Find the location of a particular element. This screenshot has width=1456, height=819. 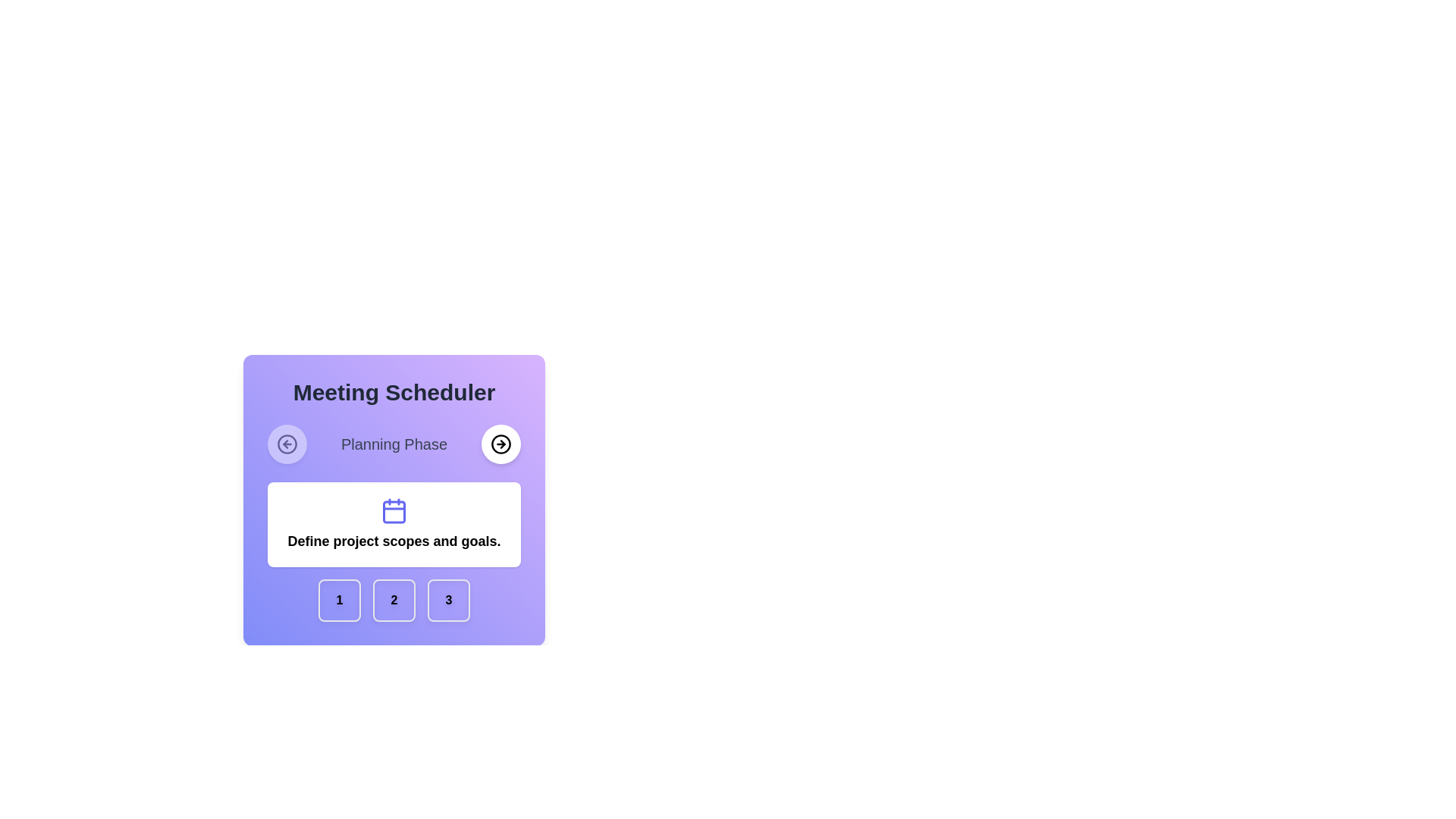

the bottom part of the circular icon located to the left side of the top row, adjacent to the text label within the purple gradient panel labeled 'Meeting Scheduler.' is located at coordinates (285, 444).